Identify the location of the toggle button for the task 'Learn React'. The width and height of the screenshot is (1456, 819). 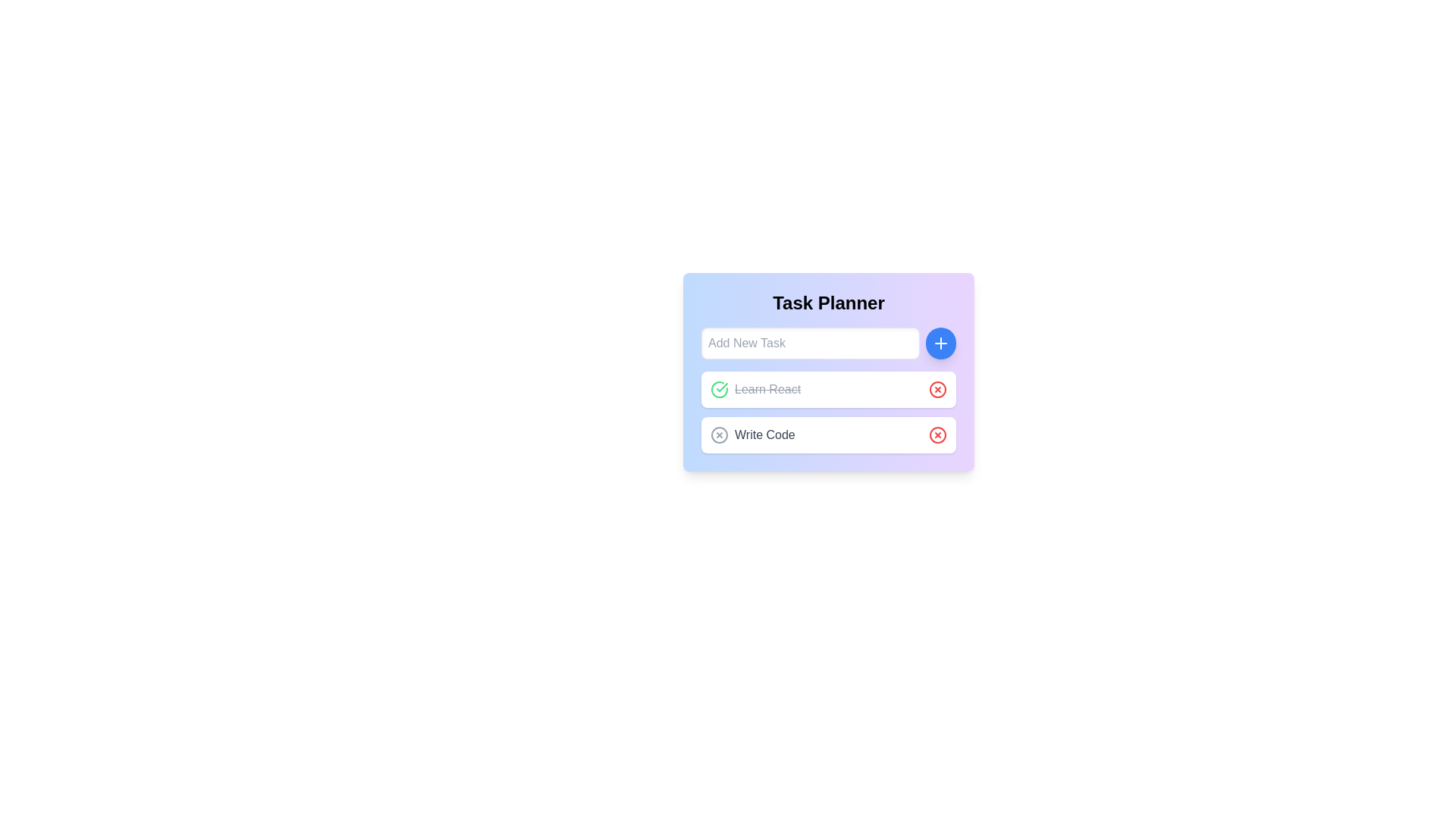
(719, 388).